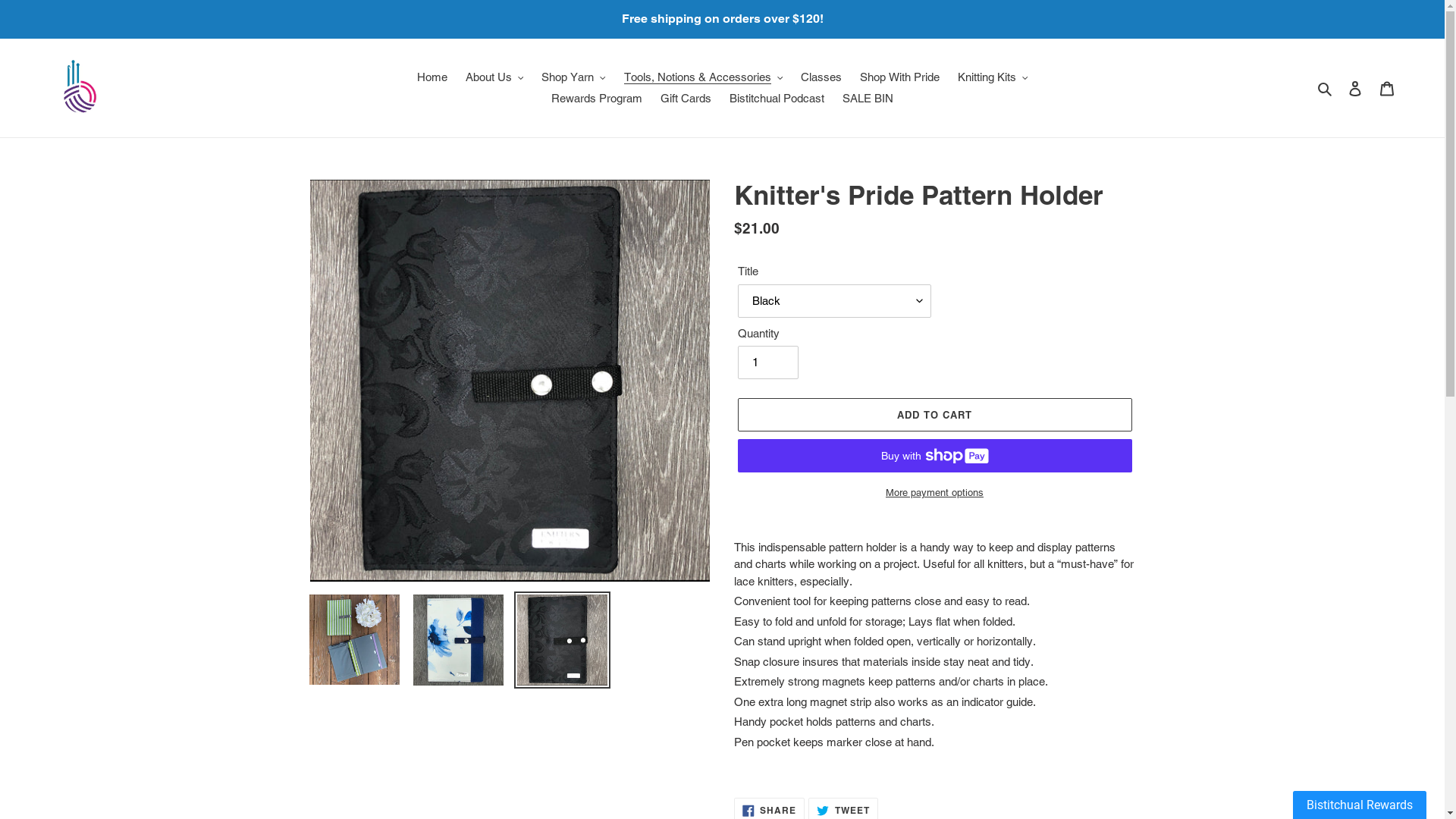 This screenshot has height=819, width=1456. What do you see at coordinates (701, 77) in the screenshot?
I see `'Tools, Notions & Accessories'` at bounding box center [701, 77].